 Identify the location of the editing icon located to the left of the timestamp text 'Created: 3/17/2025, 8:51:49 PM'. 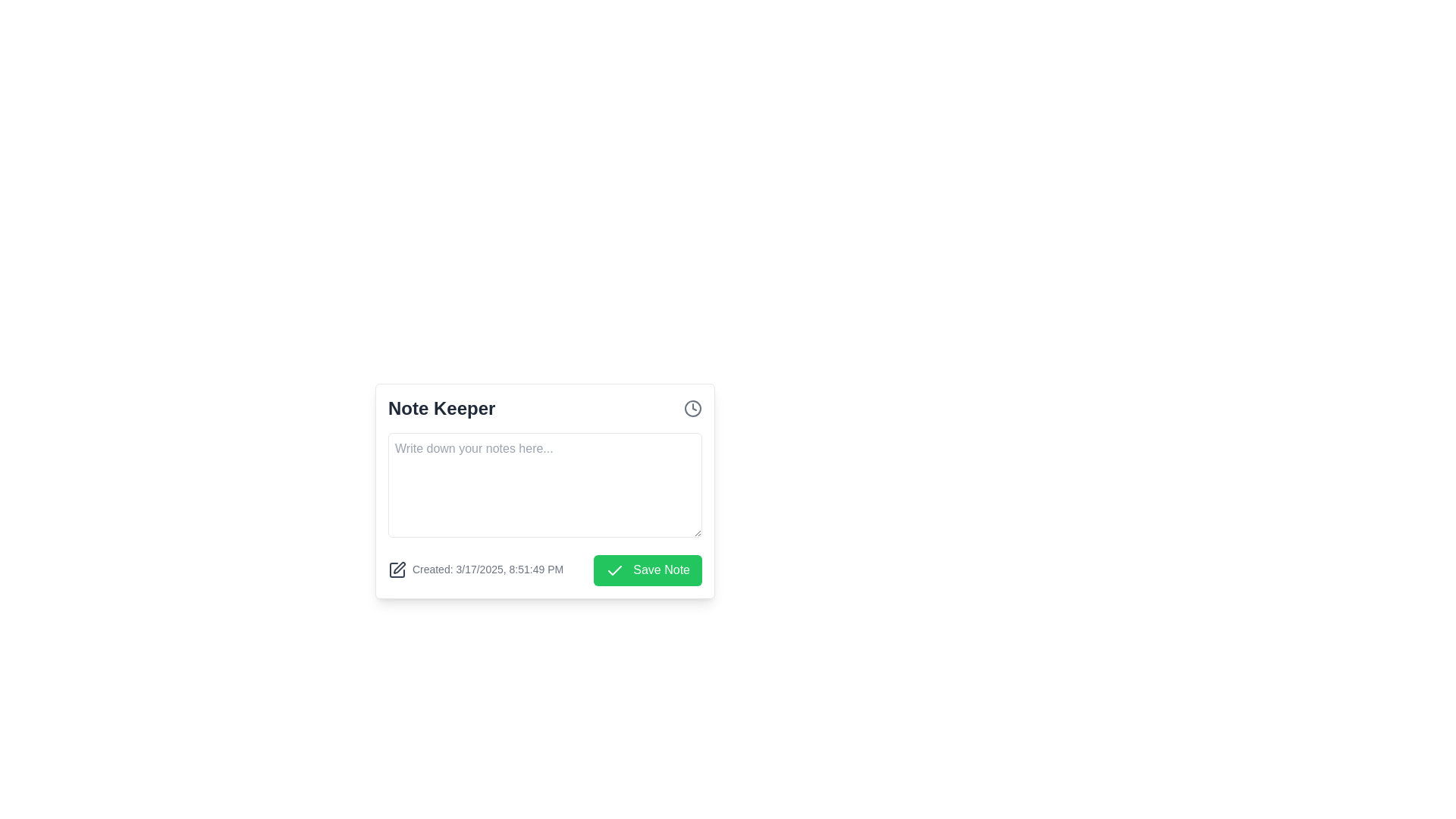
(397, 570).